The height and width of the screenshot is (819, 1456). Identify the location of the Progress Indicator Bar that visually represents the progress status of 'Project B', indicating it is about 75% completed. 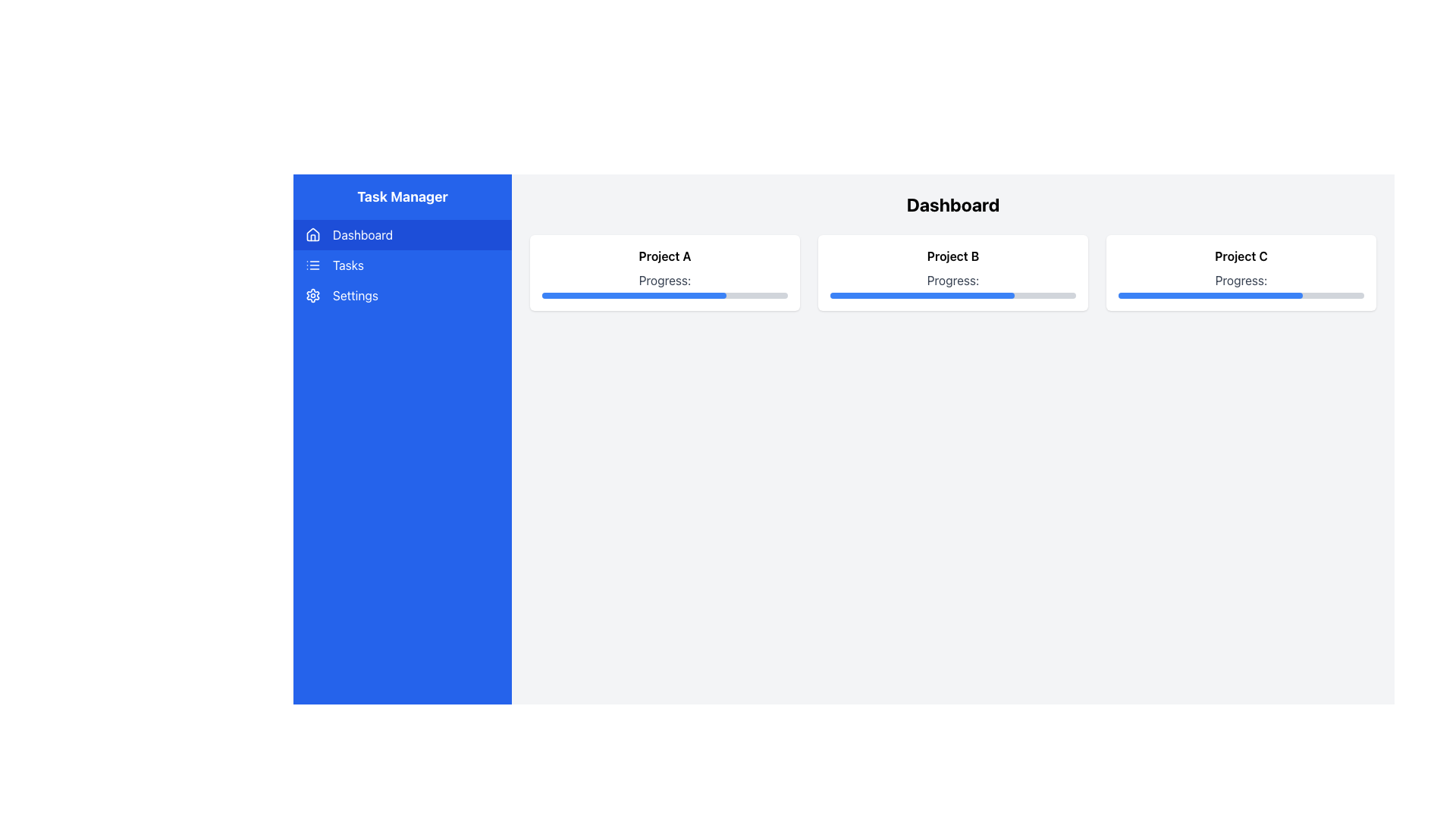
(921, 295).